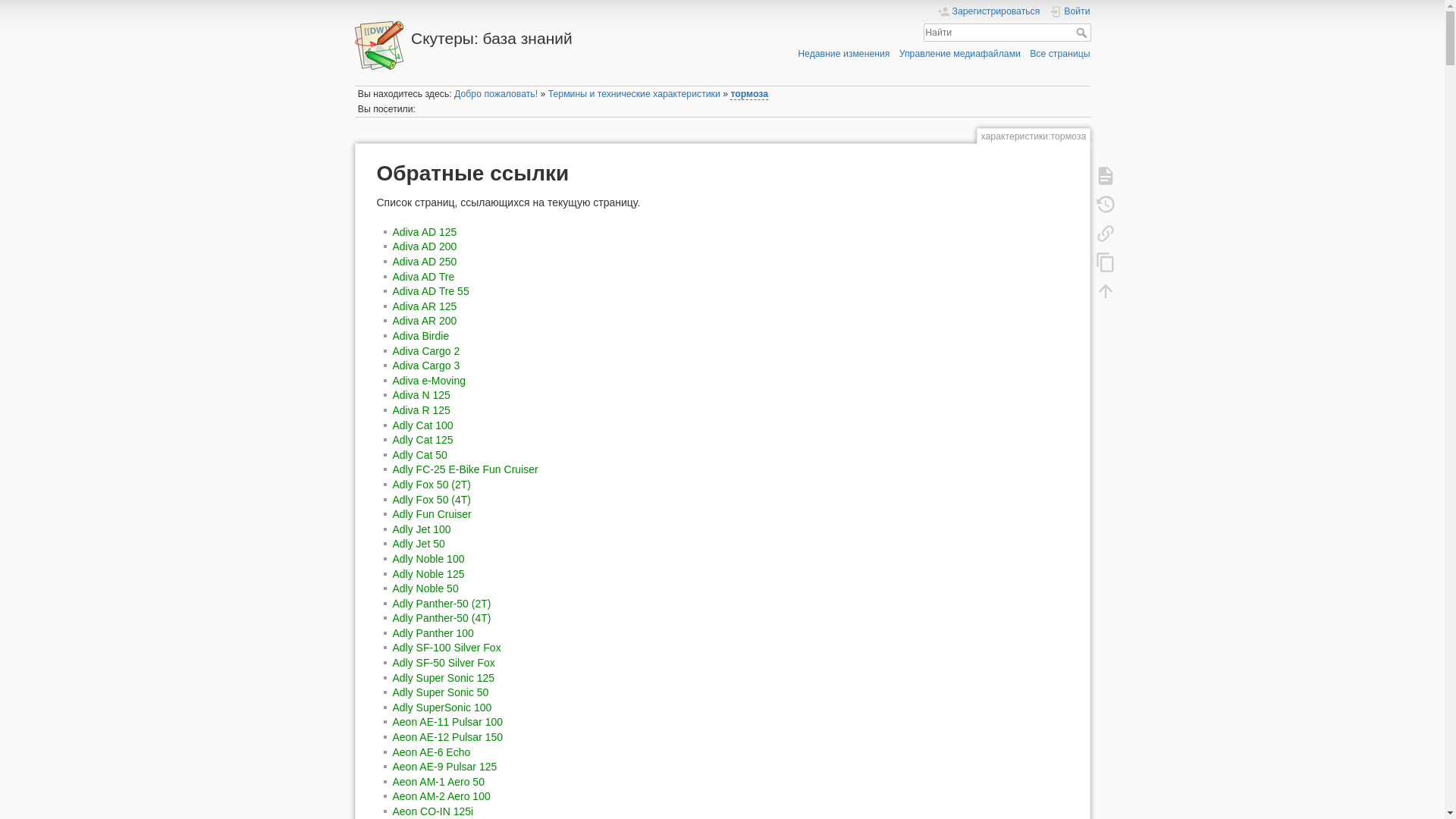  What do you see at coordinates (393, 766) in the screenshot?
I see `'Aeon AE-9 Pulsar 125'` at bounding box center [393, 766].